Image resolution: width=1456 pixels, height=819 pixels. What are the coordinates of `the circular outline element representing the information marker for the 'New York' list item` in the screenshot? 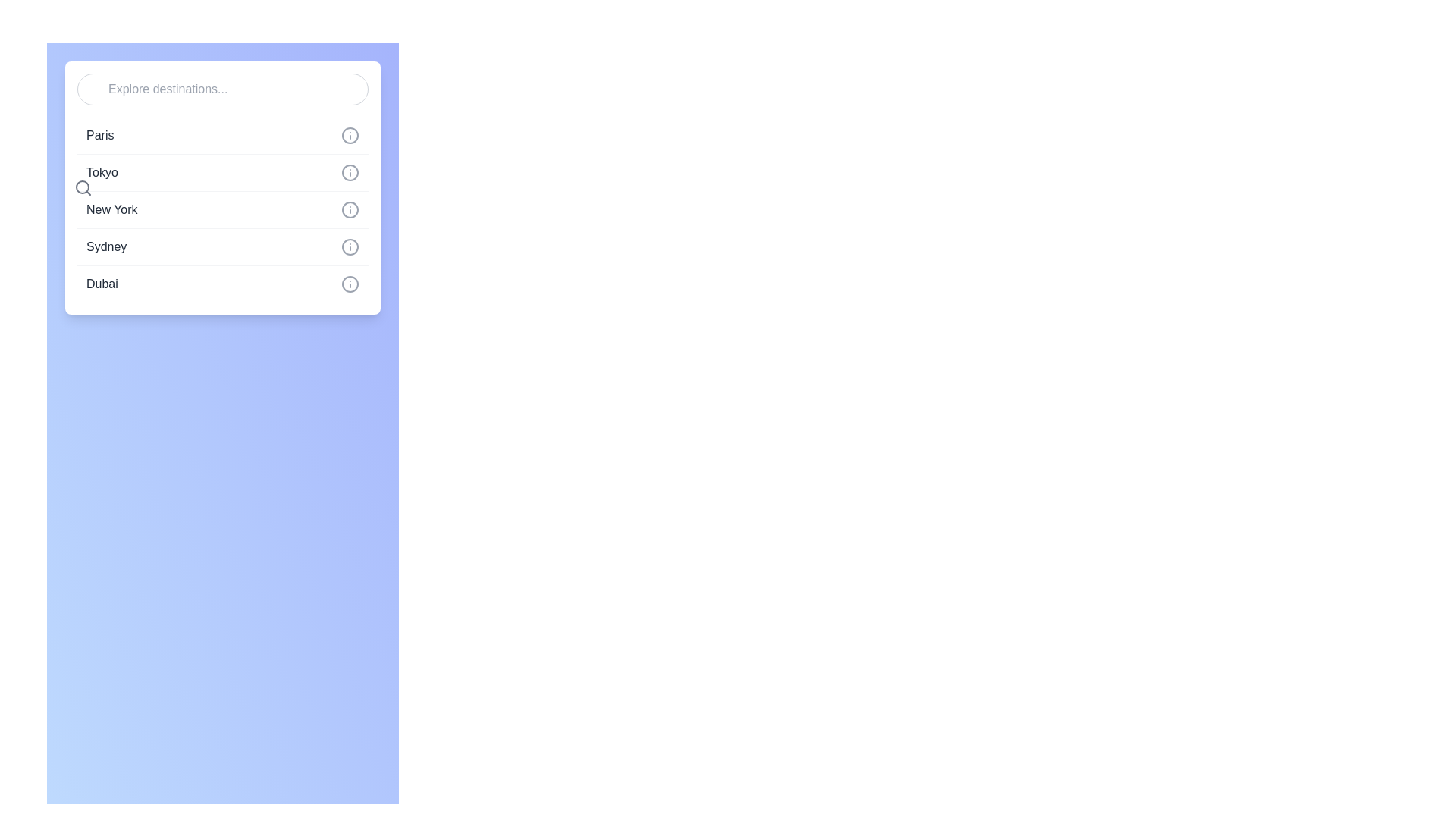 It's located at (349, 210).